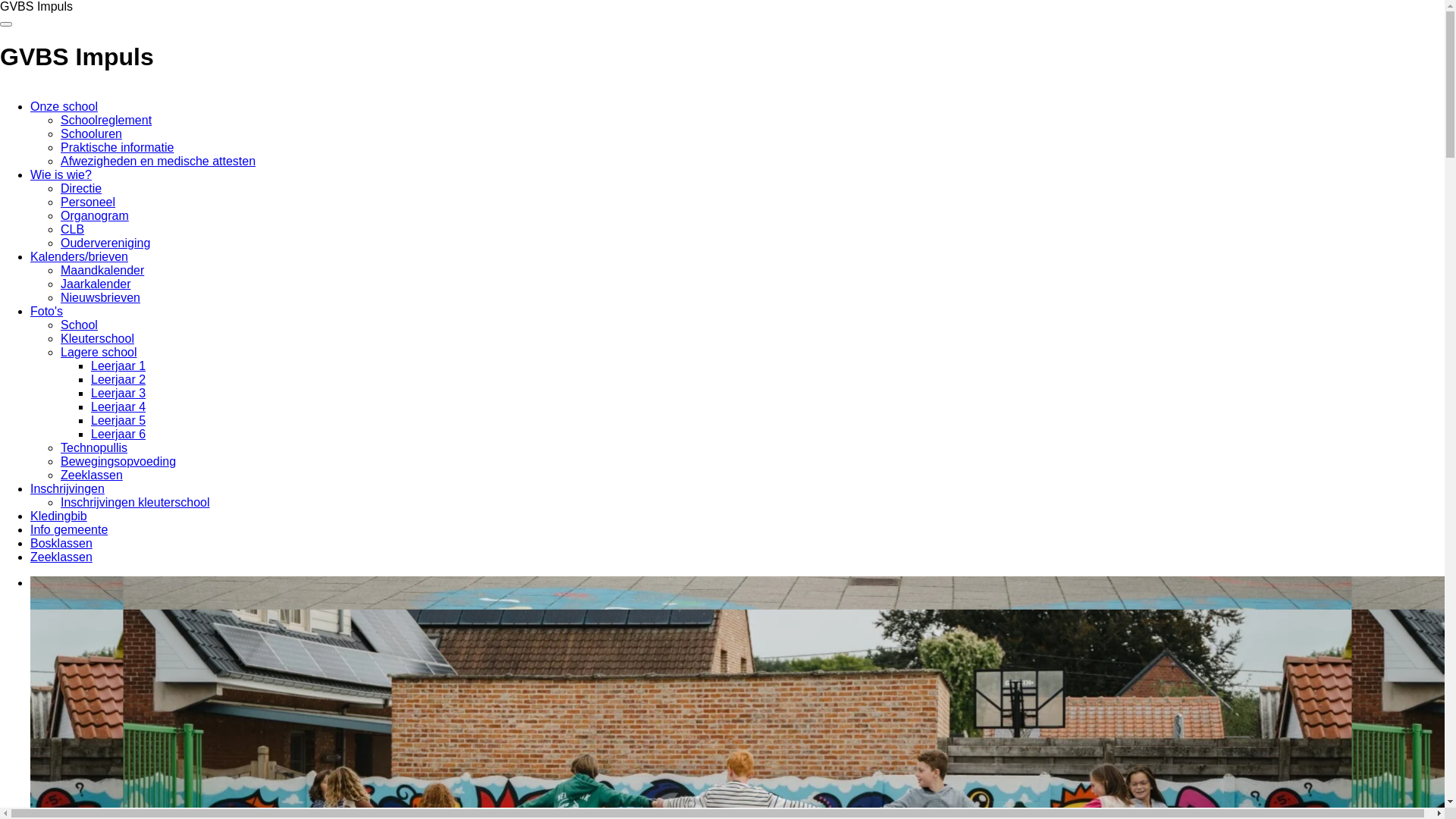 The image size is (1456, 819). What do you see at coordinates (86, 201) in the screenshot?
I see `'Personeel'` at bounding box center [86, 201].